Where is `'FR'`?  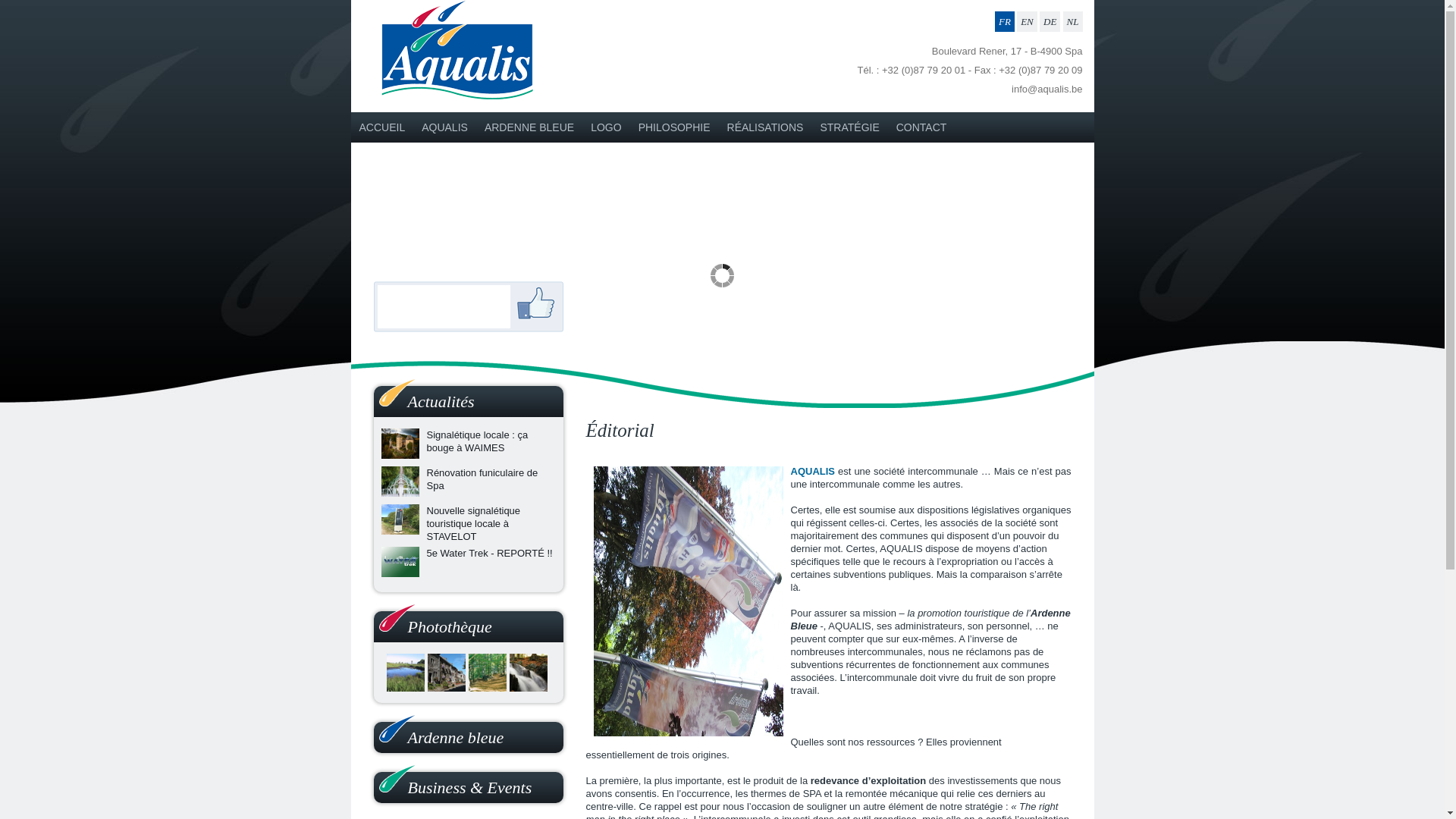 'FR' is located at coordinates (1004, 21).